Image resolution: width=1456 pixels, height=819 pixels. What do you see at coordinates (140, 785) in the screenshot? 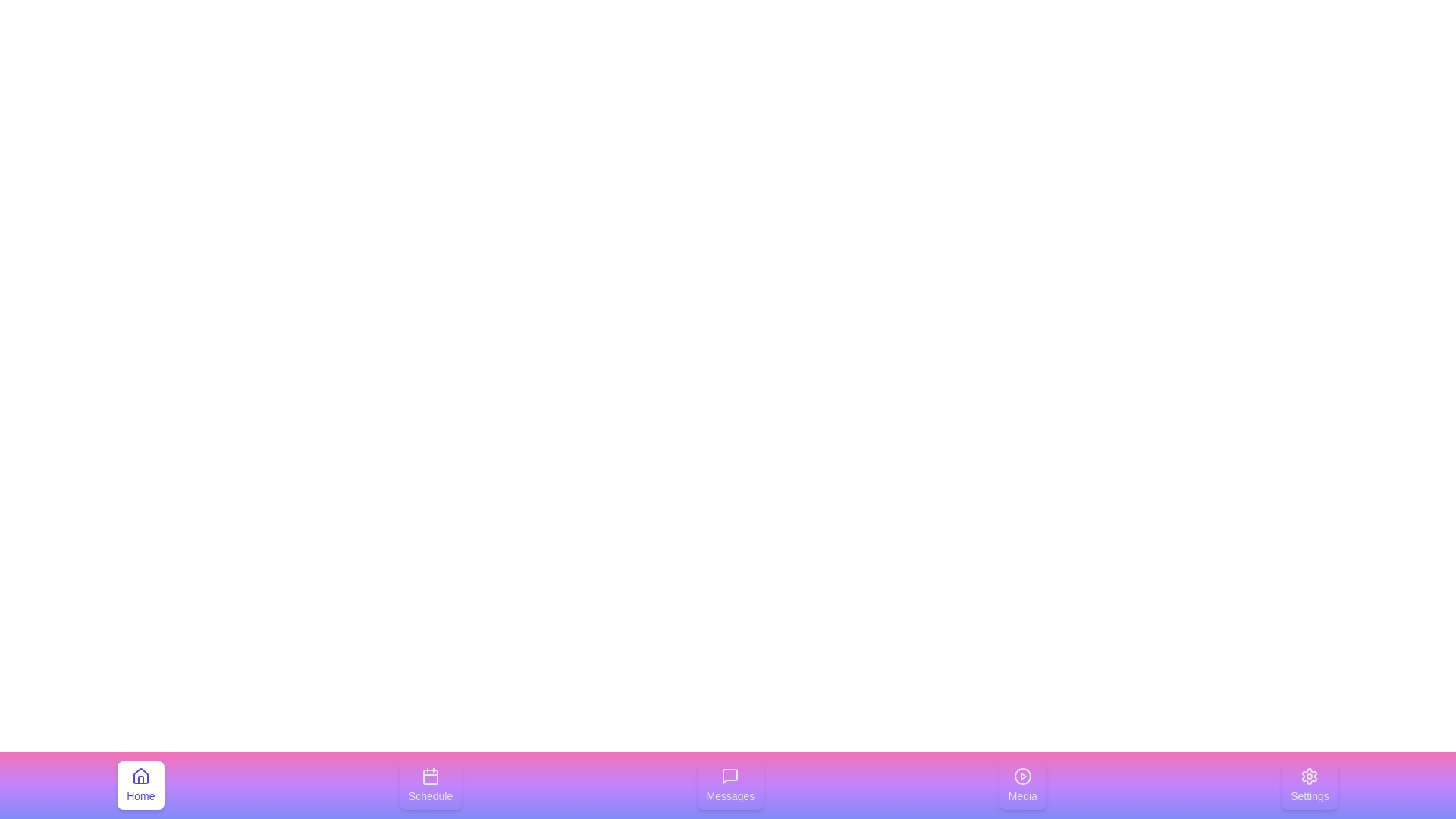
I see `the Home tab to observe the animation` at bounding box center [140, 785].